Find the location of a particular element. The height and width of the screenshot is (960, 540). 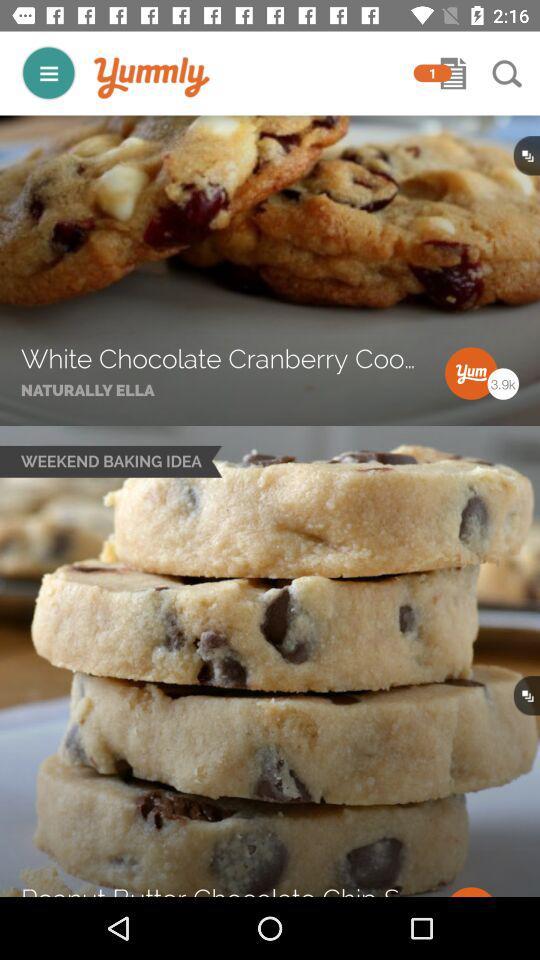

autoplay option is located at coordinates (48, 73).